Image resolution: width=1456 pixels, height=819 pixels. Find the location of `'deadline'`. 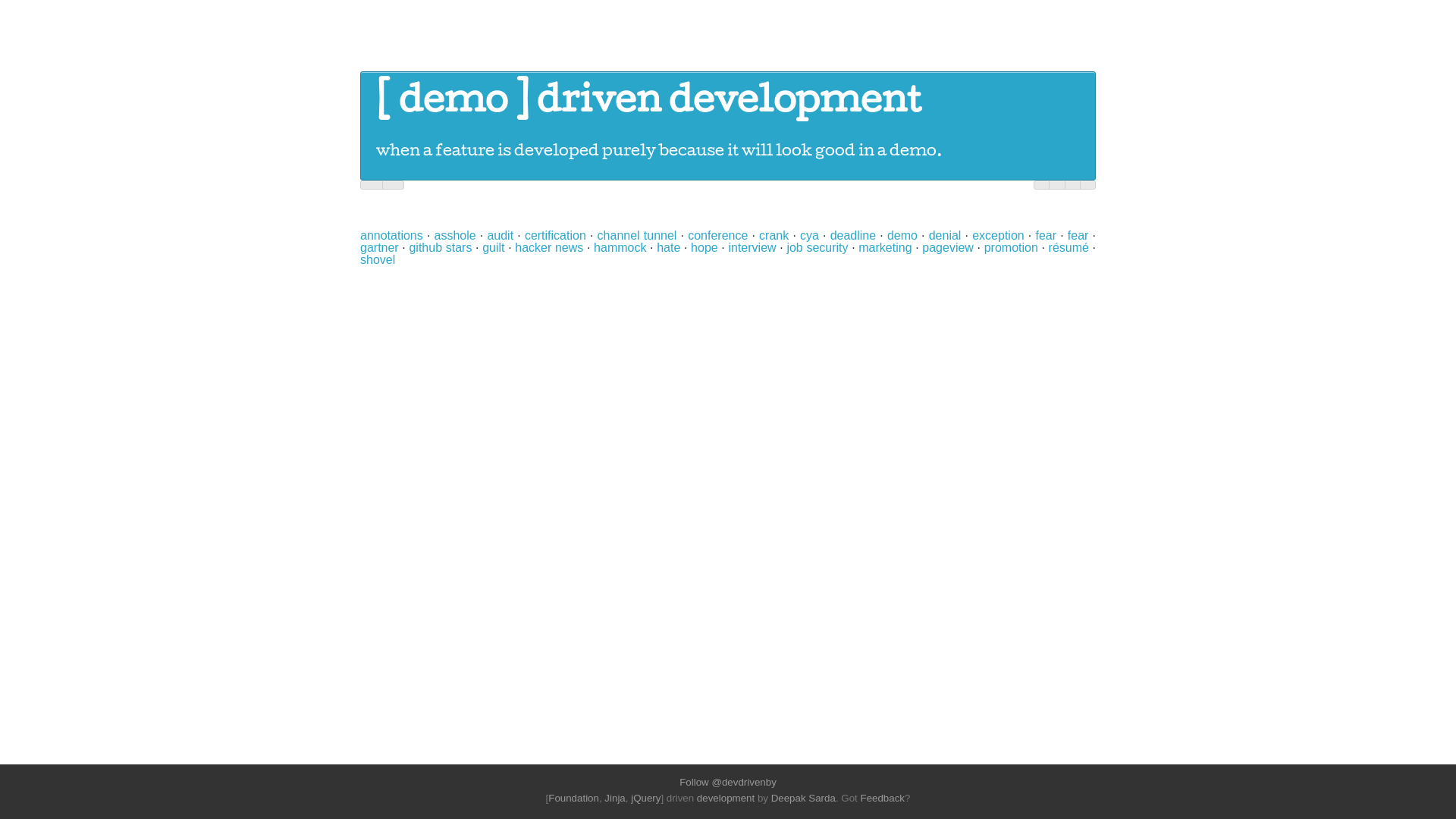

'deadline' is located at coordinates (853, 235).